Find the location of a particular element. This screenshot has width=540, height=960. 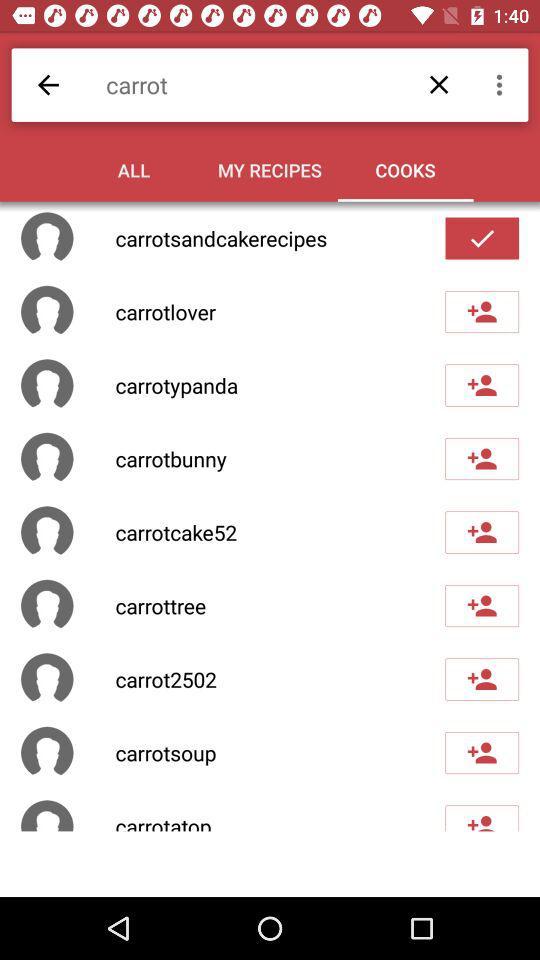

go back is located at coordinates (48, 85).